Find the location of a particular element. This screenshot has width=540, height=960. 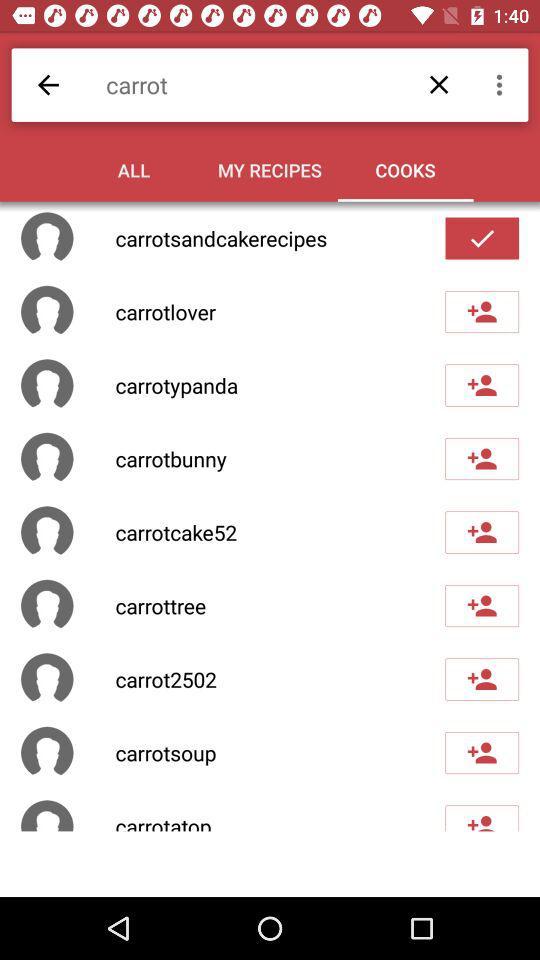

go back is located at coordinates (48, 85).